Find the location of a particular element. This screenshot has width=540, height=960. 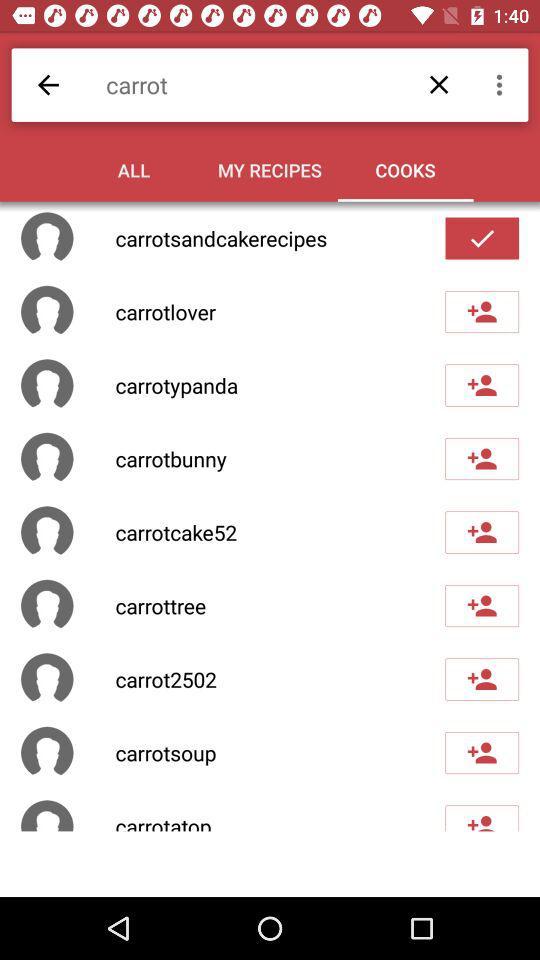

go back is located at coordinates (48, 85).